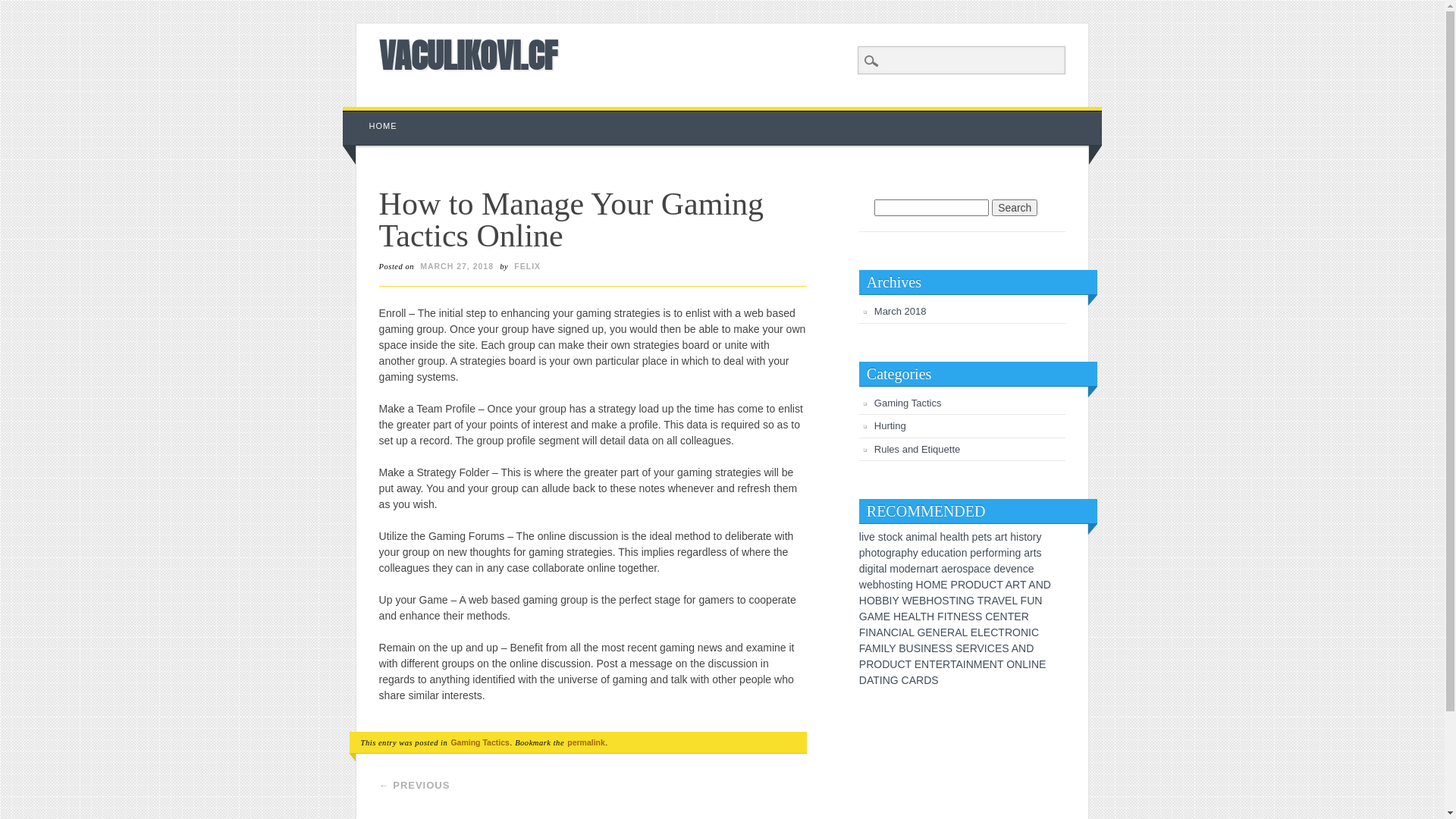  I want to click on 'L', so click(1014, 599).